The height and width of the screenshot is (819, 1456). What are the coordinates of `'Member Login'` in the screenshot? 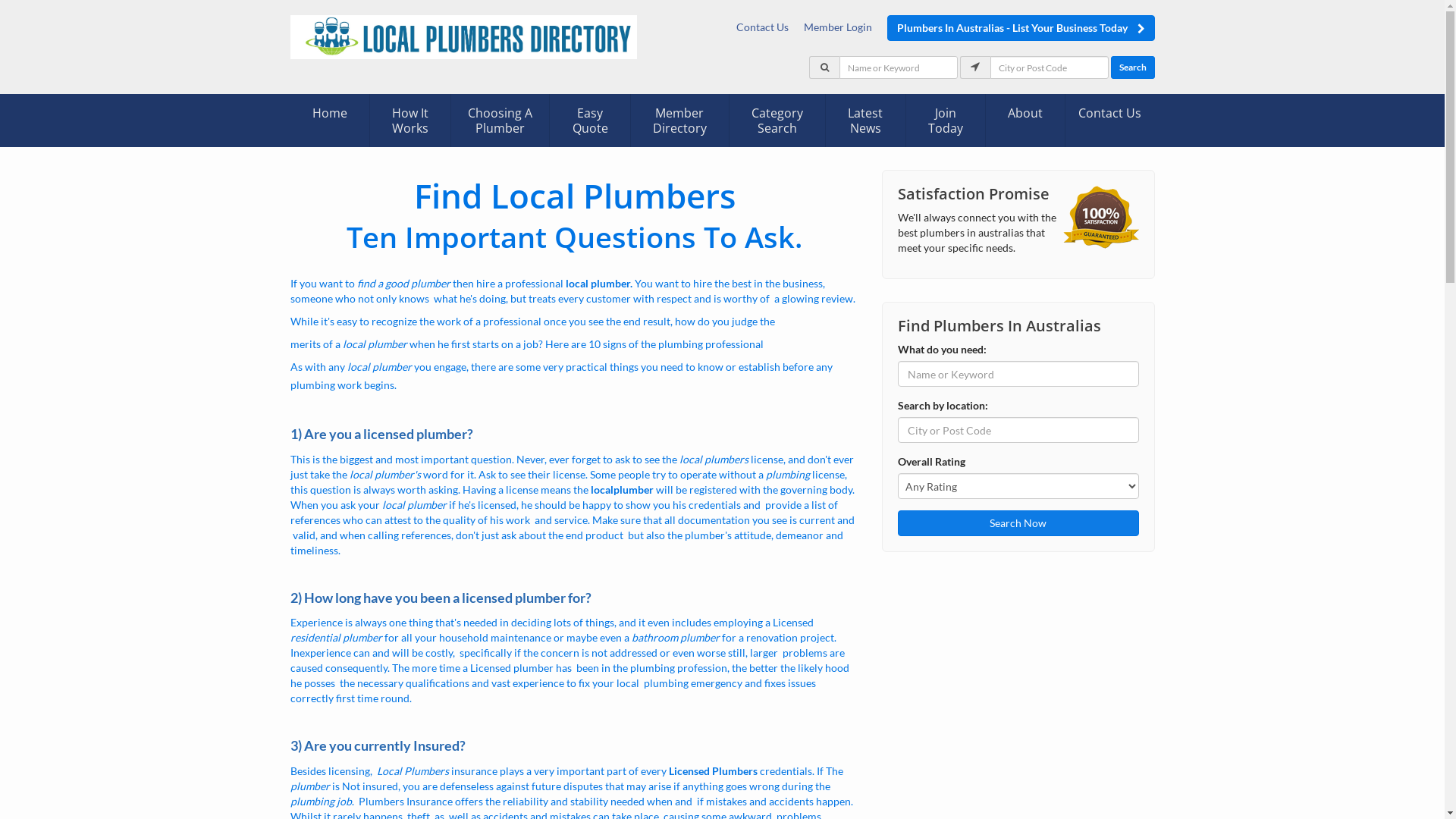 It's located at (840, 27).